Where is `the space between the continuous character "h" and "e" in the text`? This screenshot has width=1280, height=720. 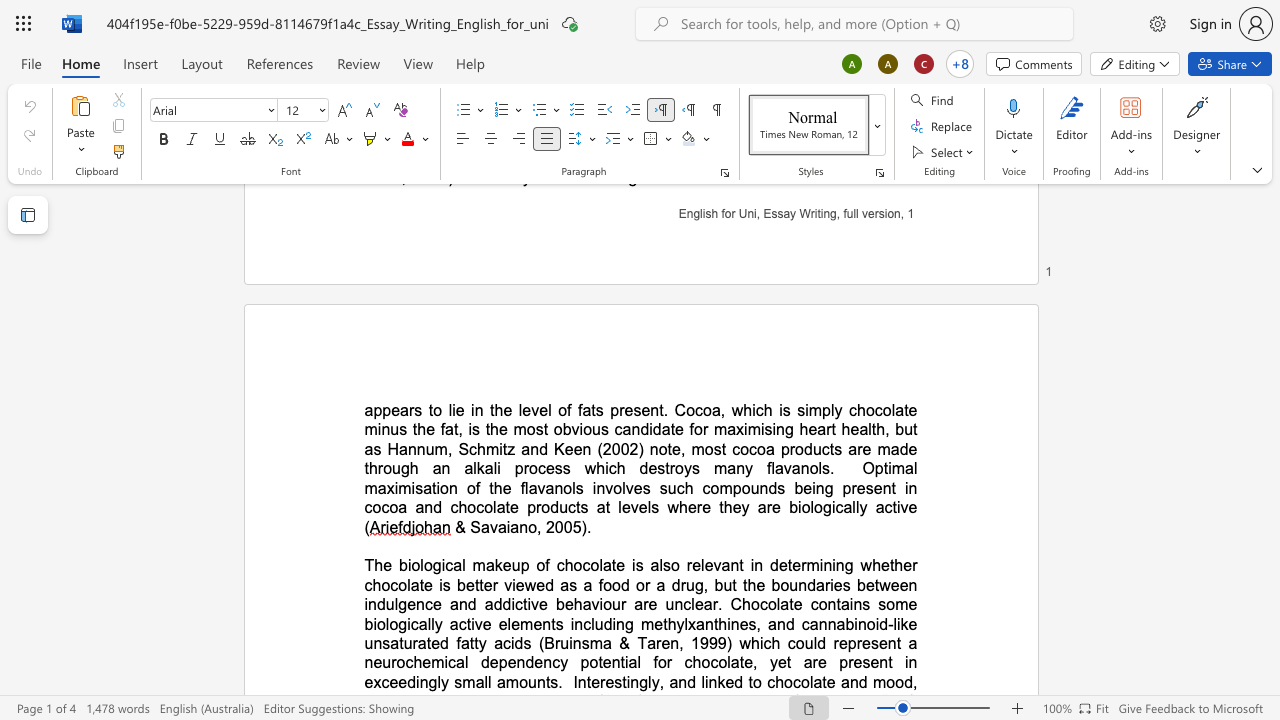 the space between the continuous character "h" and "e" in the text is located at coordinates (383, 565).